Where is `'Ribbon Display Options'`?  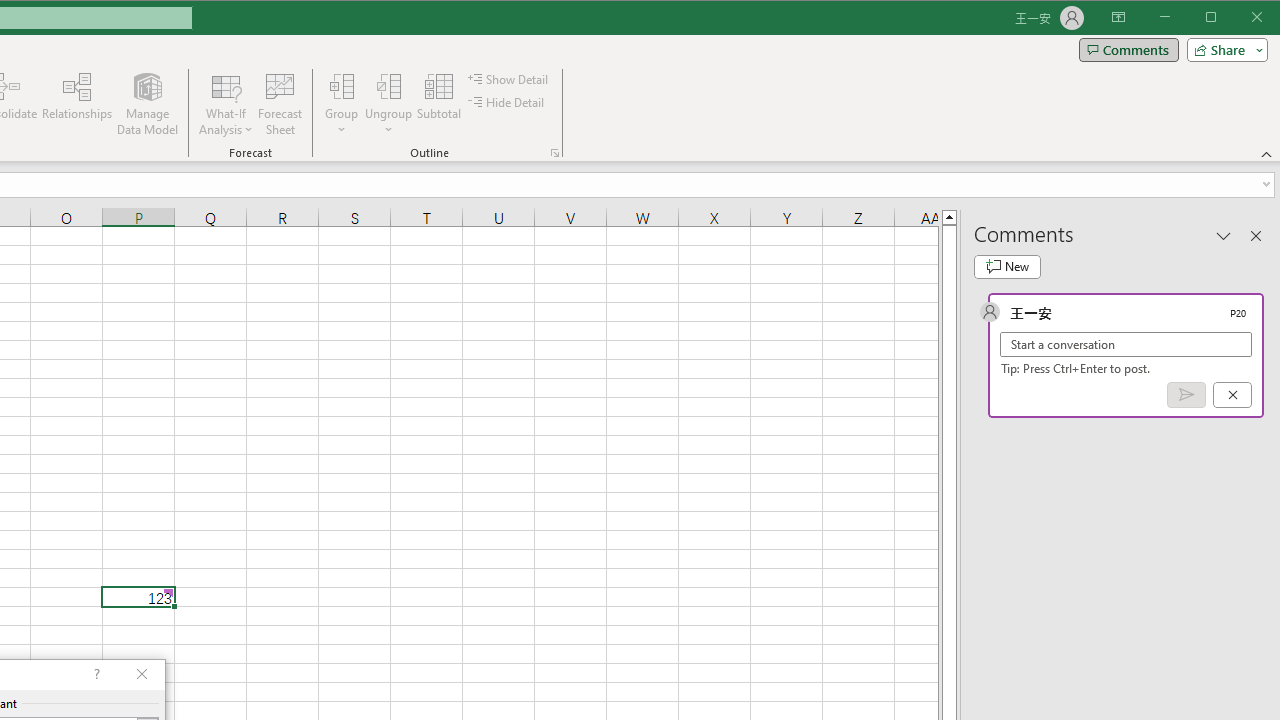 'Ribbon Display Options' is located at coordinates (1117, 18).